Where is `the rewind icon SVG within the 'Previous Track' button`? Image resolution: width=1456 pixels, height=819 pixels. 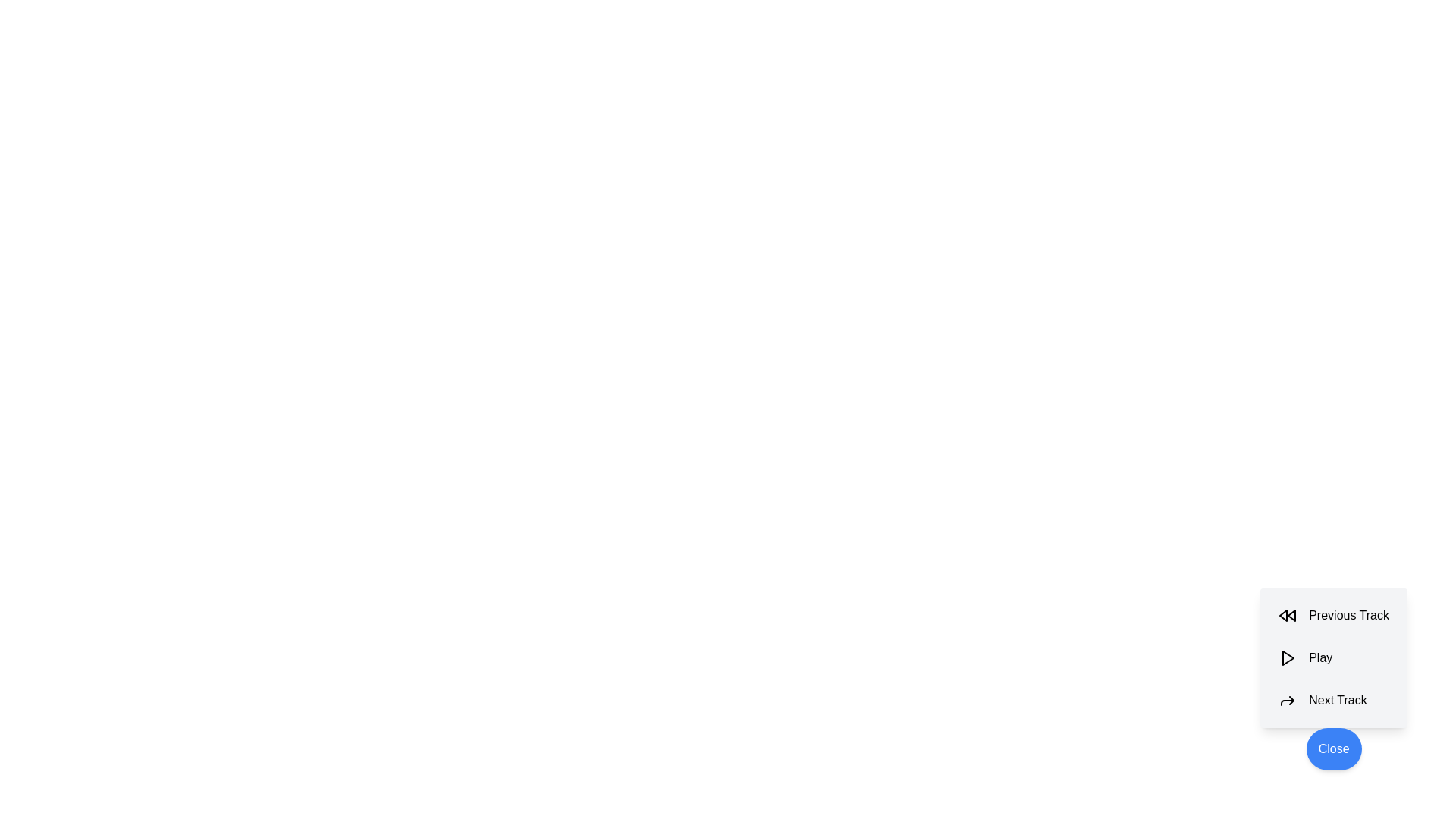 the rewind icon SVG within the 'Previous Track' button is located at coordinates (1287, 616).